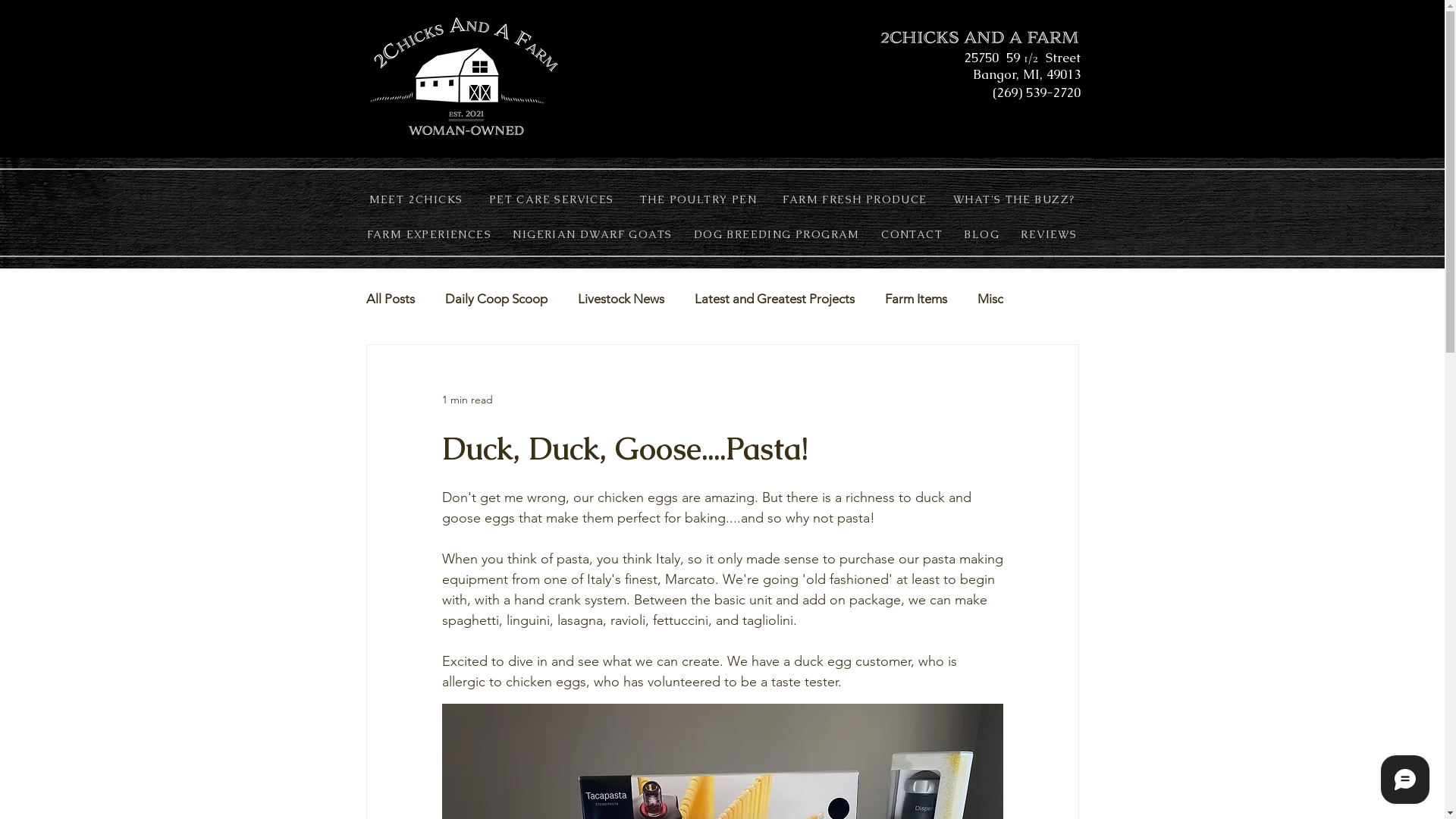  I want to click on 'REVIEWS', so click(1047, 234).